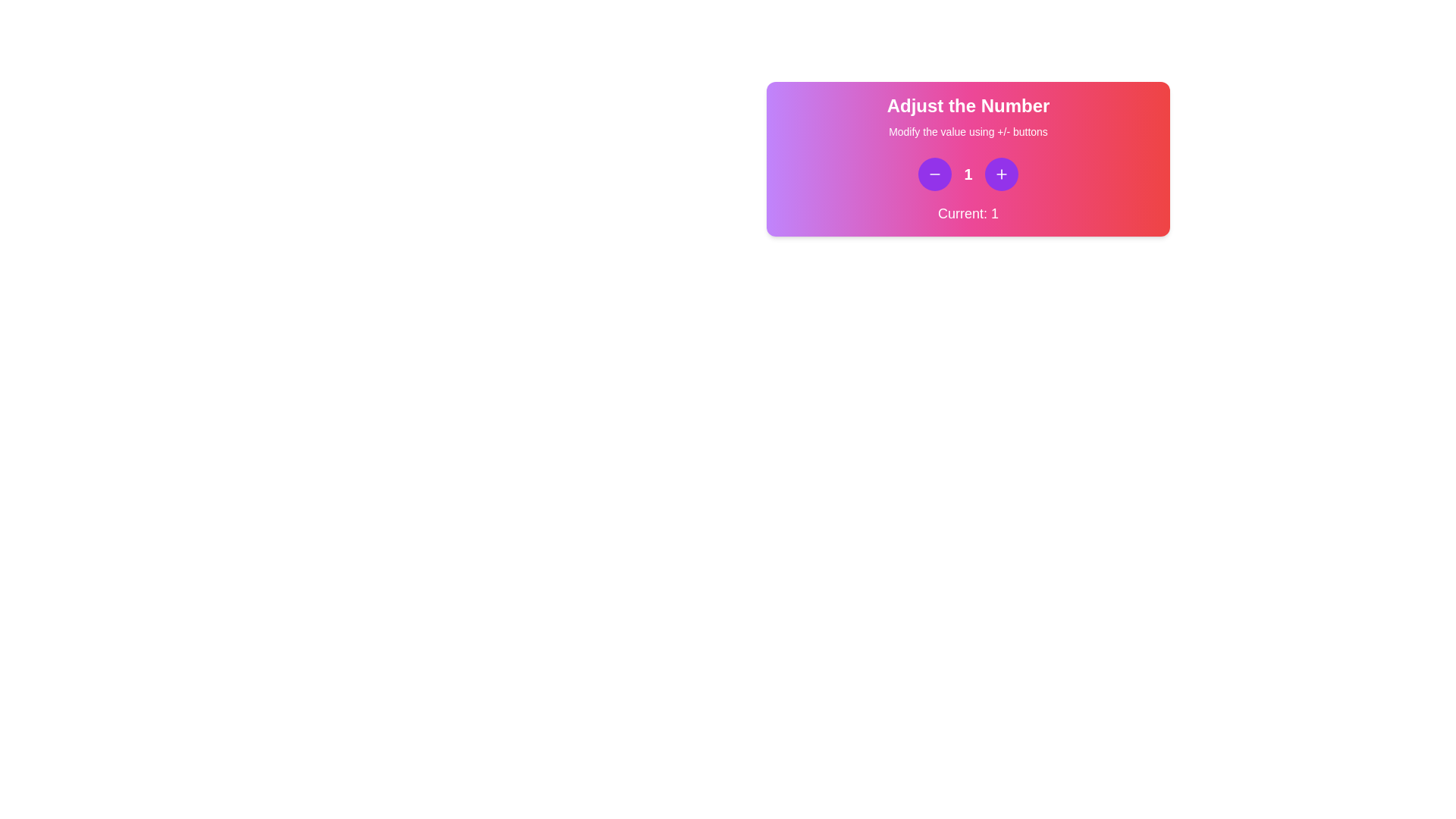 The image size is (1456, 819). What do you see at coordinates (934, 174) in the screenshot?
I see `the circular purple button with a minus '-' symbol in its center to decrease the number displayed next to it` at bounding box center [934, 174].